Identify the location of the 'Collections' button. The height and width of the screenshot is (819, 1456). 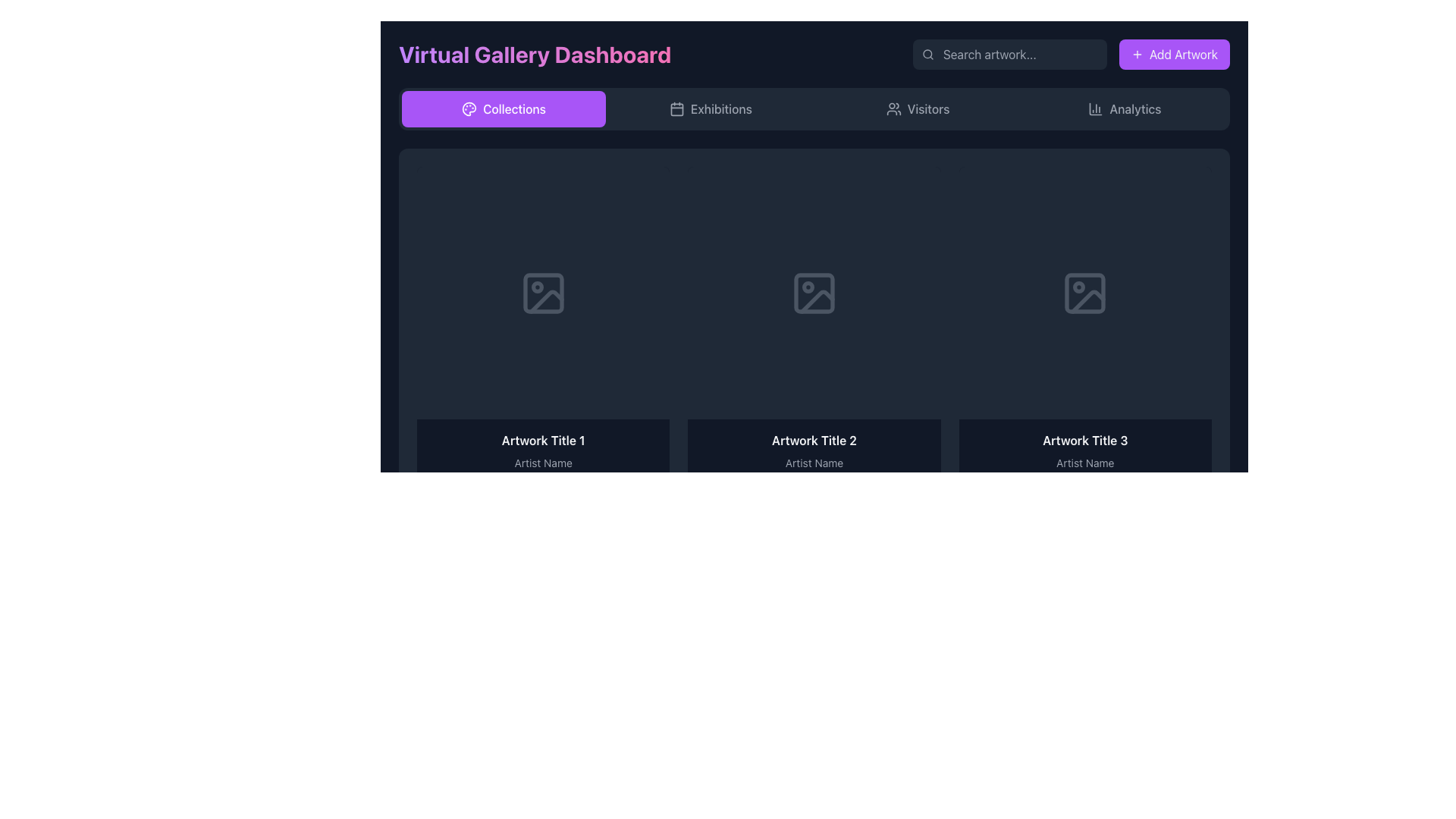
(504, 108).